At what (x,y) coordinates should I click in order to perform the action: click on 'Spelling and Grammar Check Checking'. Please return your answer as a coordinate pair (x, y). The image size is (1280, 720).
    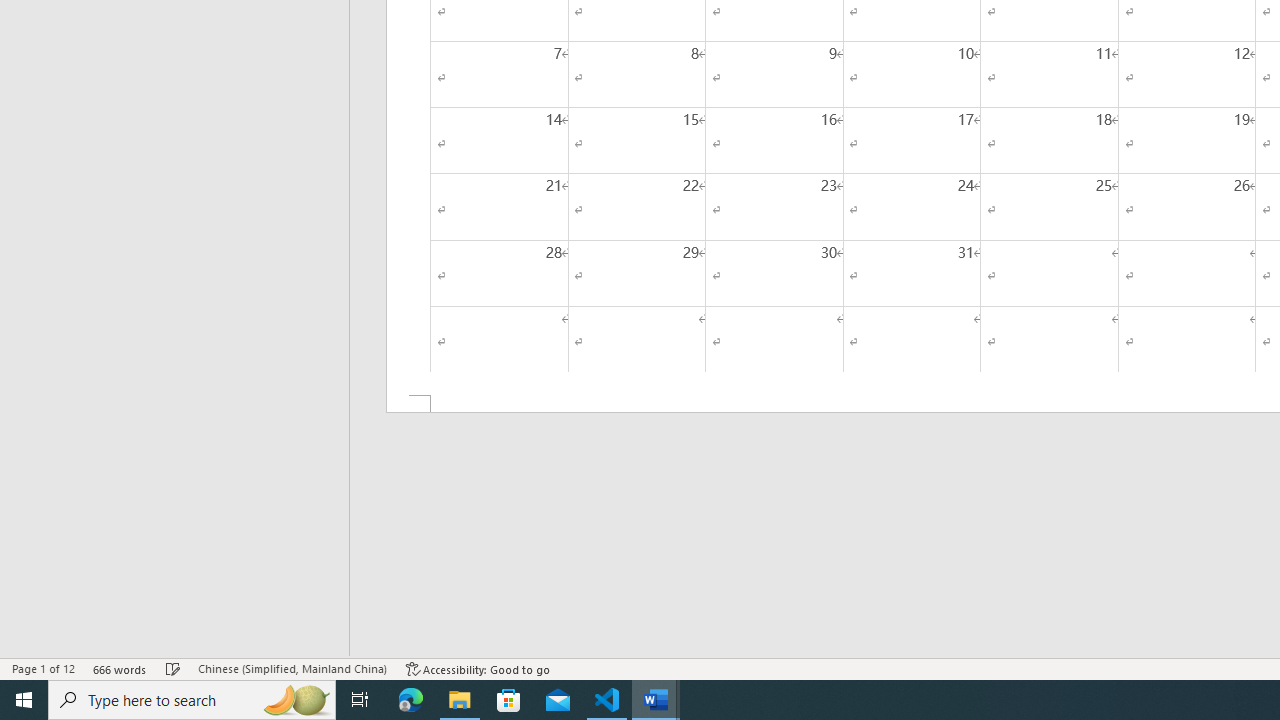
    Looking at the image, I should click on (173, 669).